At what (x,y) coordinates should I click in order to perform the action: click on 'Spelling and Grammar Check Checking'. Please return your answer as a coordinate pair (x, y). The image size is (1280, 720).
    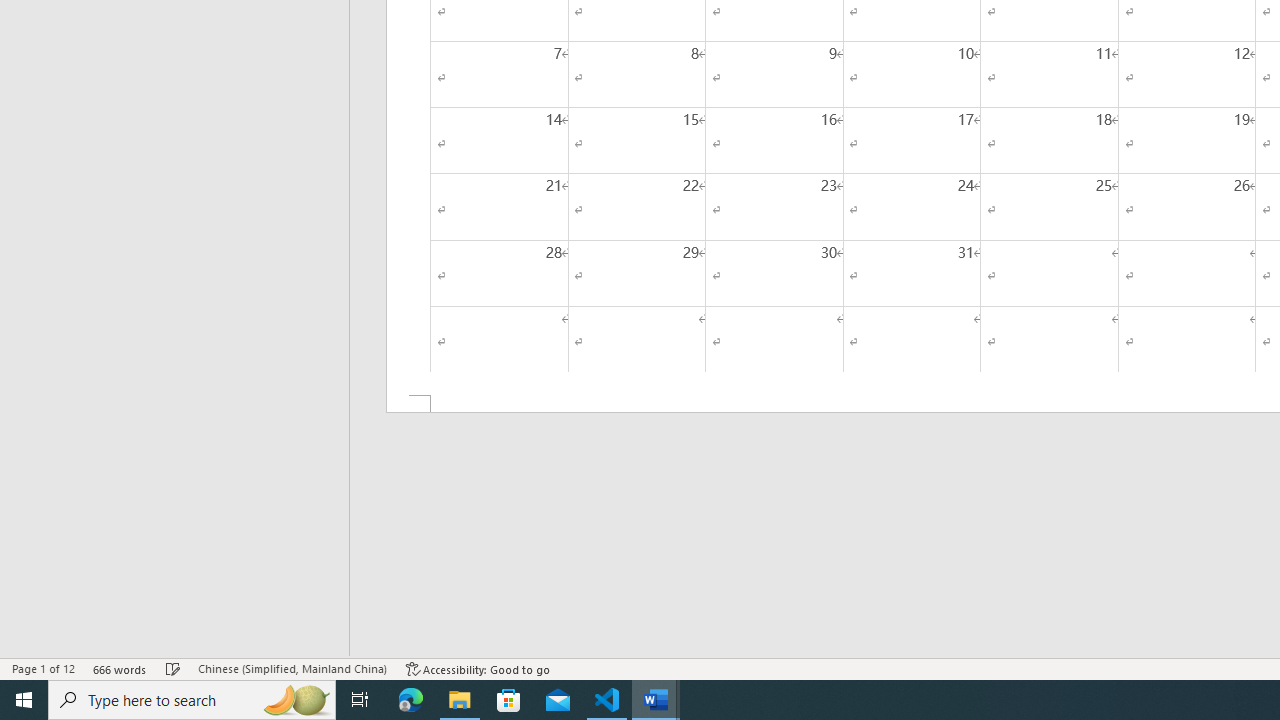
    Looking at the image, I should click on (173, 669).